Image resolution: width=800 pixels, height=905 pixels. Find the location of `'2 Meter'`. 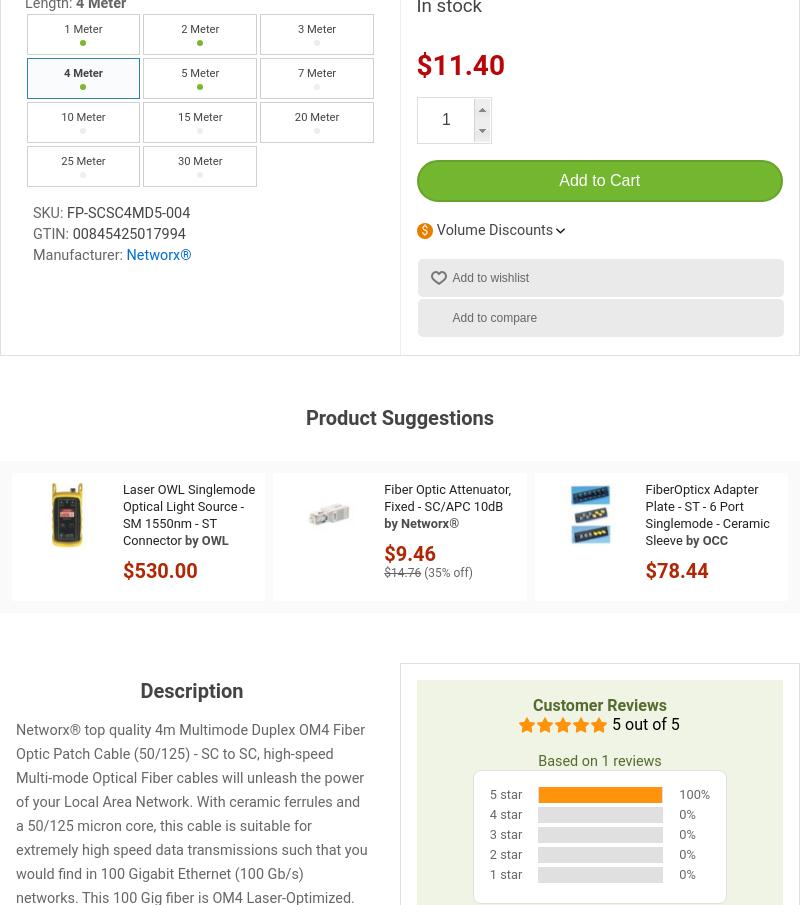

'2 Meter' is located at coordinates (180, 27).